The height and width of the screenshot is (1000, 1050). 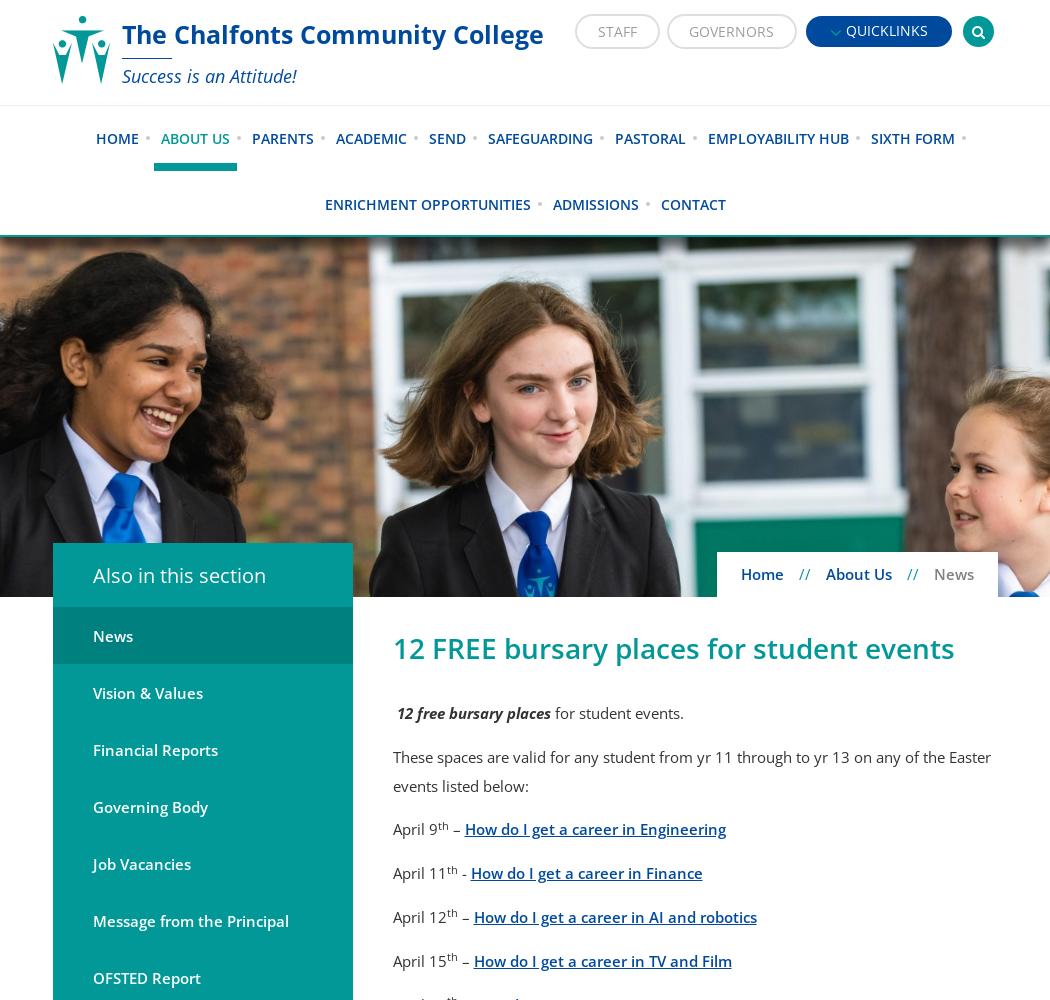 I want to click on 'Academic', so click(x=369, y=137).